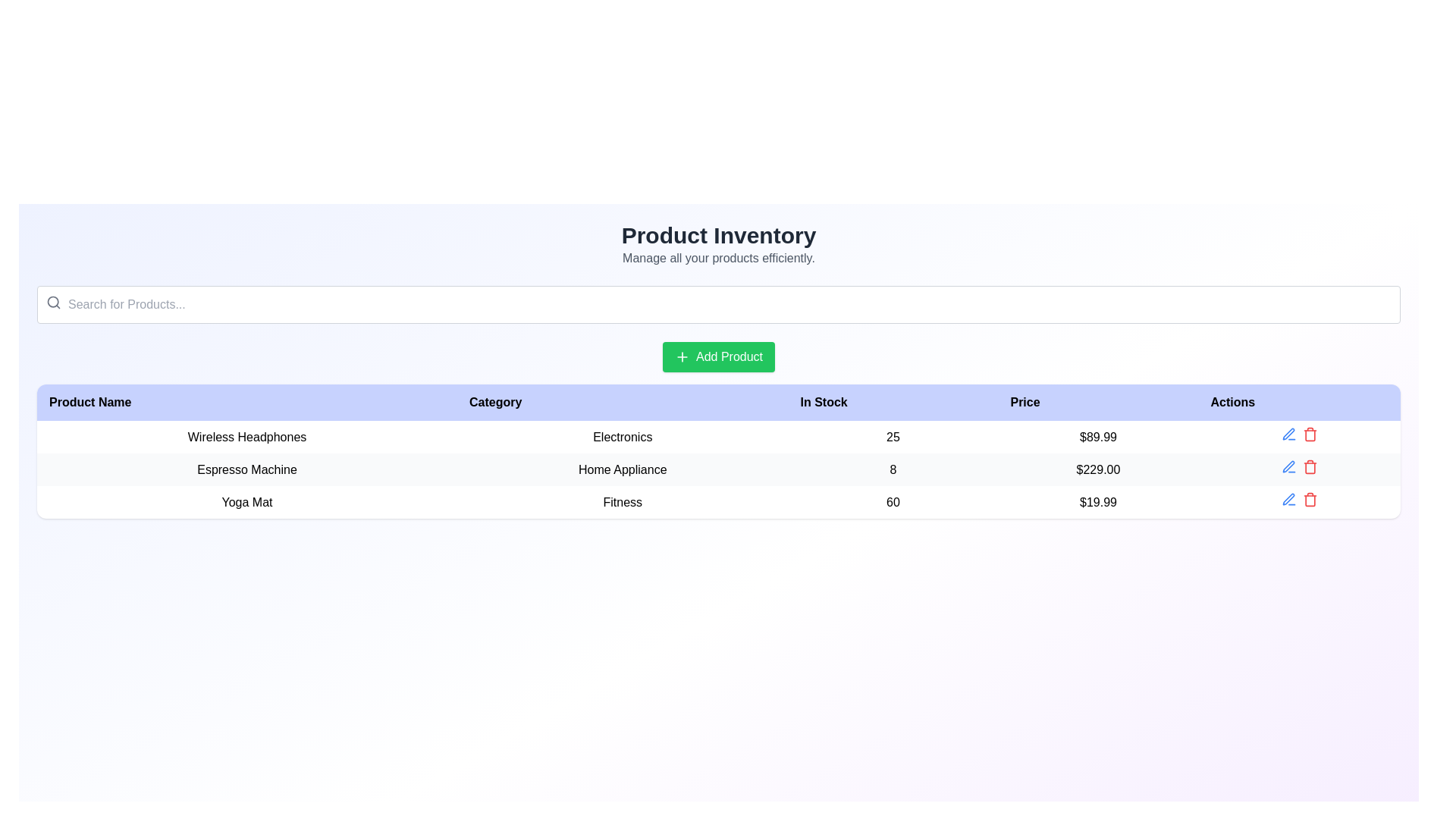 Image resolution: width=1456 pixels, height=819 pixels. What do you see at coordinates (1309, 466) in the screenshot?
I see `the delete button located in the 'Actions' column of the second row in the table` at bounding box center [1309, 466].